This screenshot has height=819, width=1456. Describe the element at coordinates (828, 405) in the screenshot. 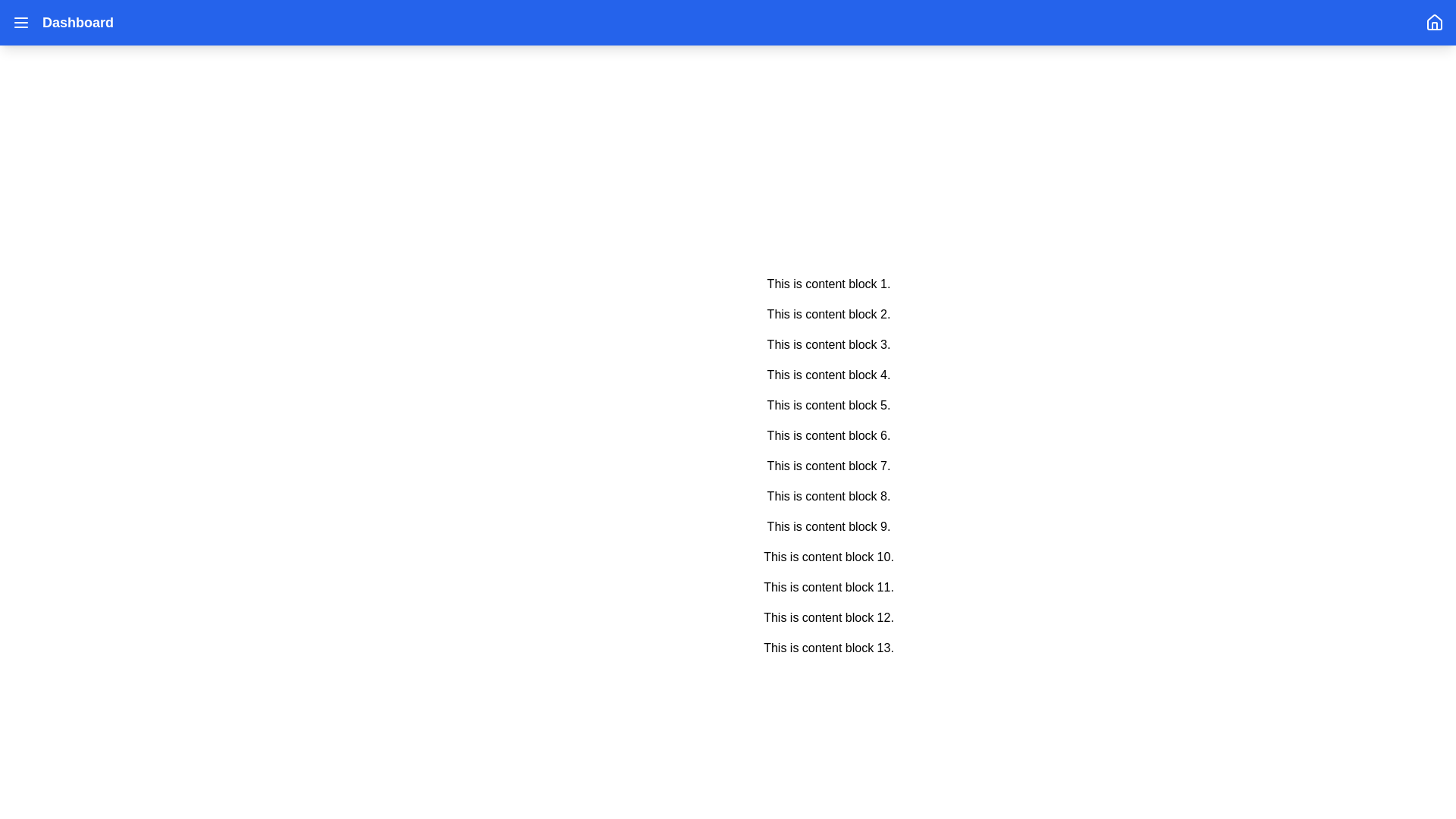

I see `the fifth Text Label in a vertical list of content blocks, which is positioned between 'This is content block 4.' and 'This is content block 6.'` at that location.